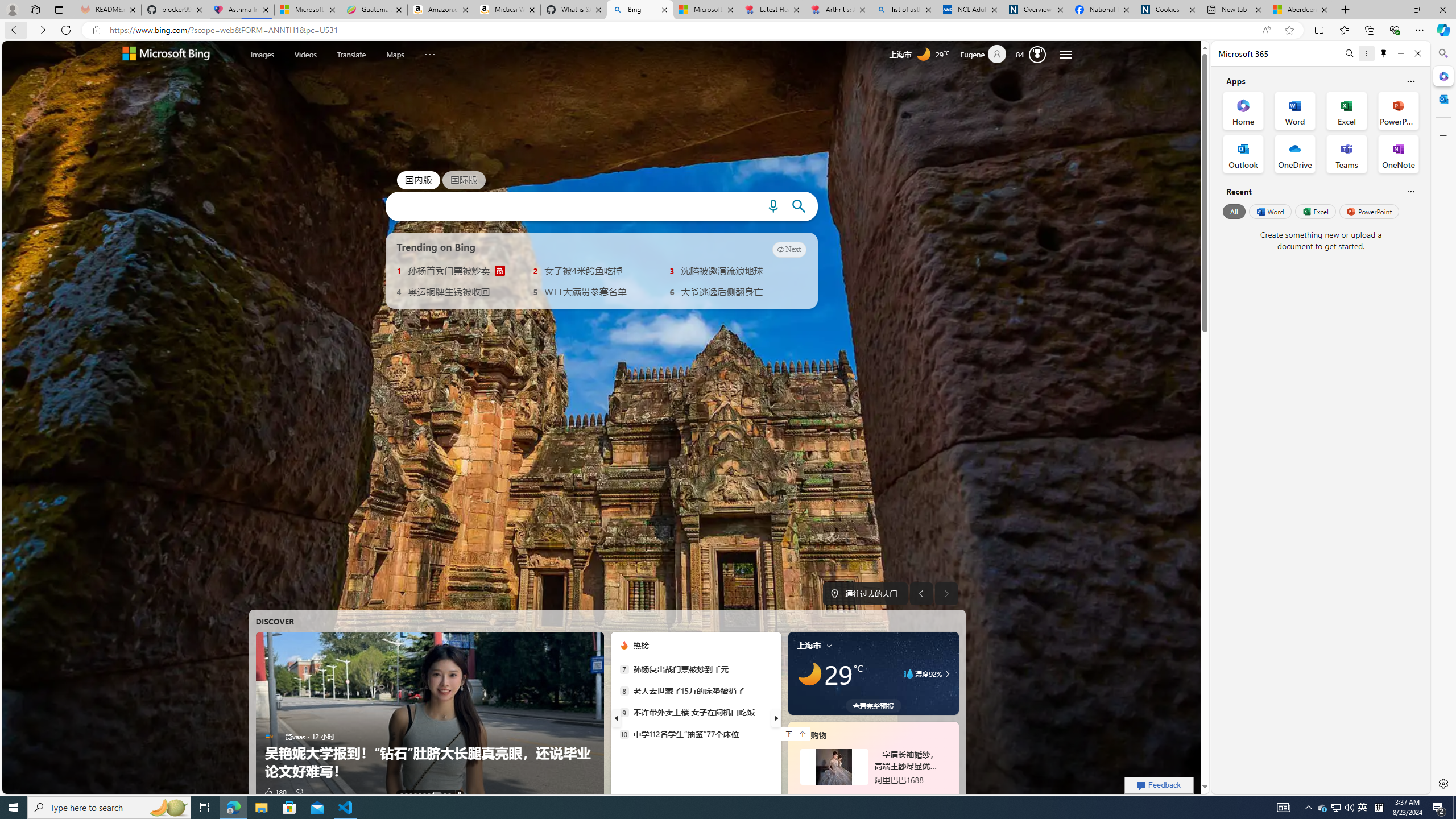  I want to click on 'Is this helpful?', so click(1410, 191).